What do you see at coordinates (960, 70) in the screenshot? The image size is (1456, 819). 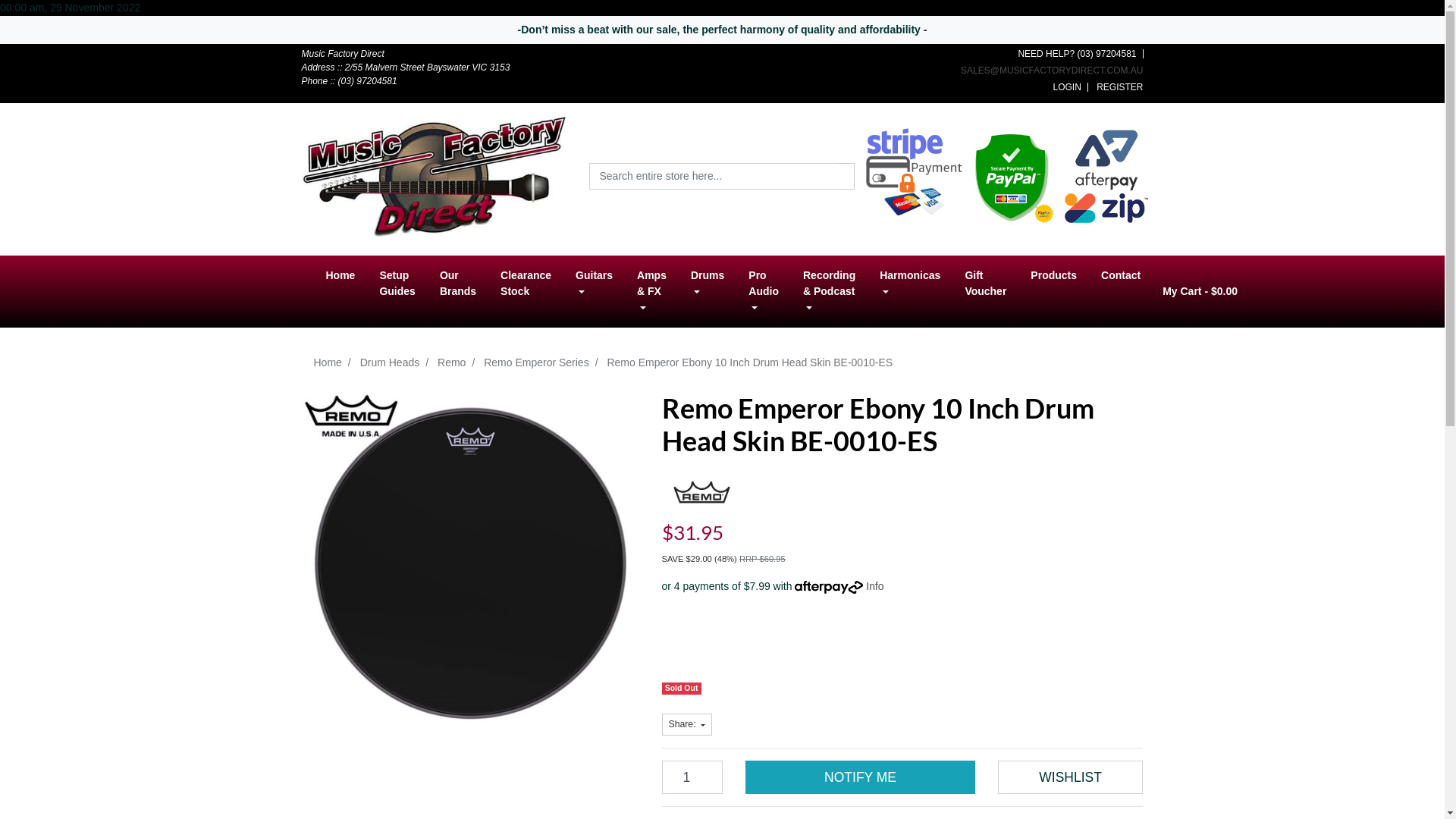 I see `'SALES@MUSICFACTORYDIRECT.COM.AU'` at bounding box center [960, 70].